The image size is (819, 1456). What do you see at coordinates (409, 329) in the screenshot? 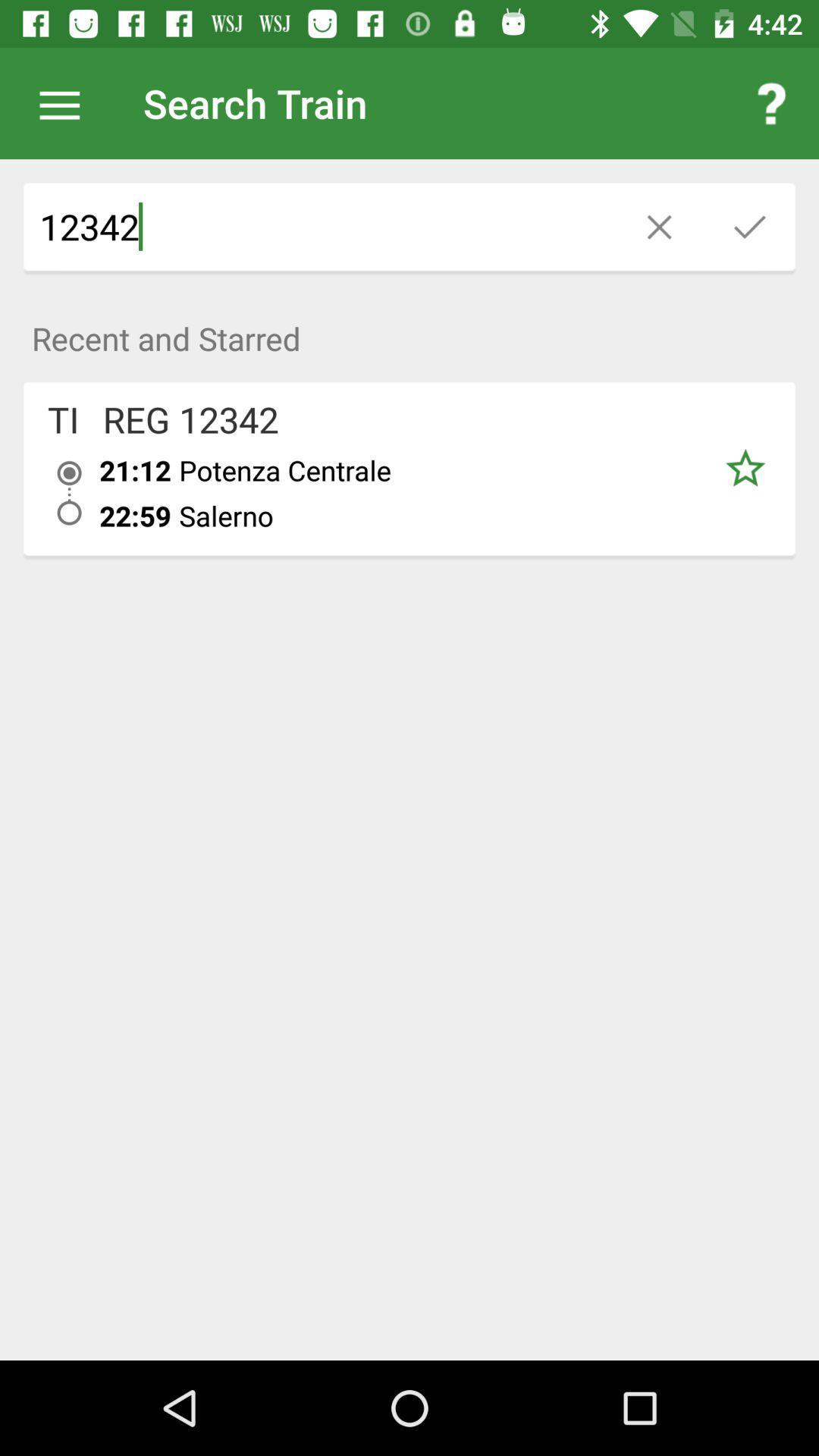
I see `icon above ti item` at bounding box center [409, 329].